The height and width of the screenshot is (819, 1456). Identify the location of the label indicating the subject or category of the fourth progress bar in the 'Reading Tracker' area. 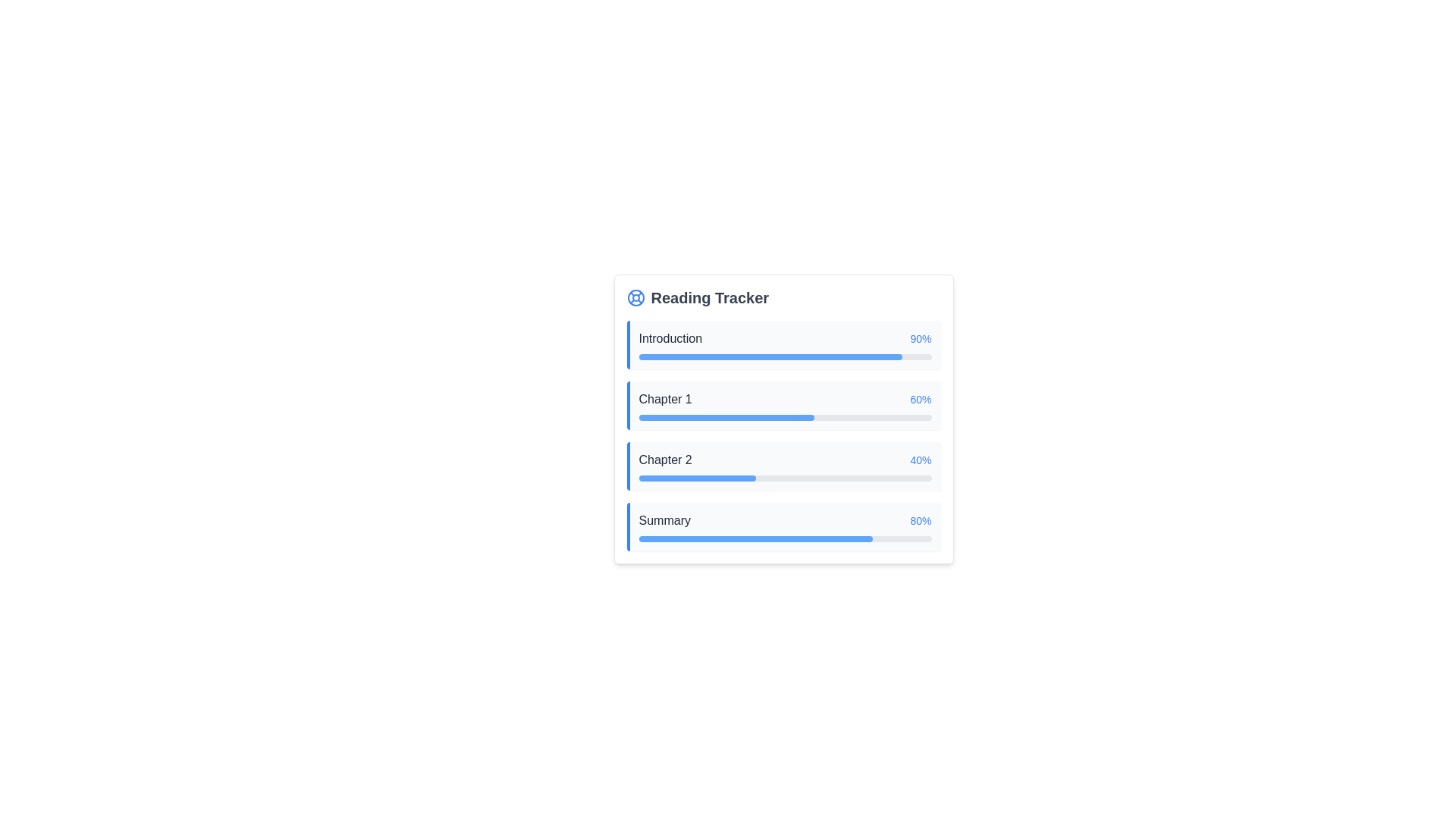
(664, 519).